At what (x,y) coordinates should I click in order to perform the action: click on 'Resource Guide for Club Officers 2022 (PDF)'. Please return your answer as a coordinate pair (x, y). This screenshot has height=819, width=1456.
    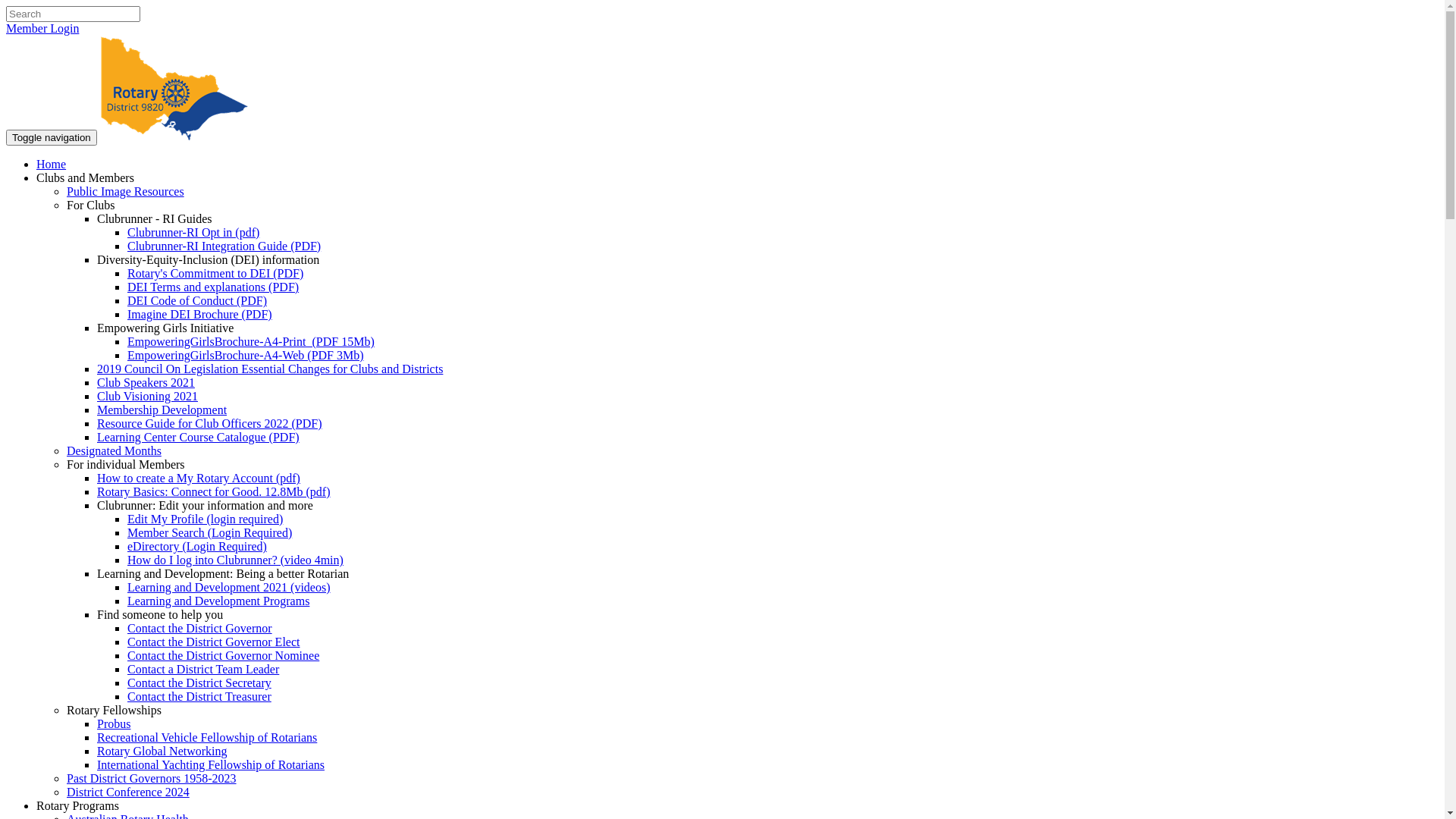
    Looking at the image, I should click on (209, 423).